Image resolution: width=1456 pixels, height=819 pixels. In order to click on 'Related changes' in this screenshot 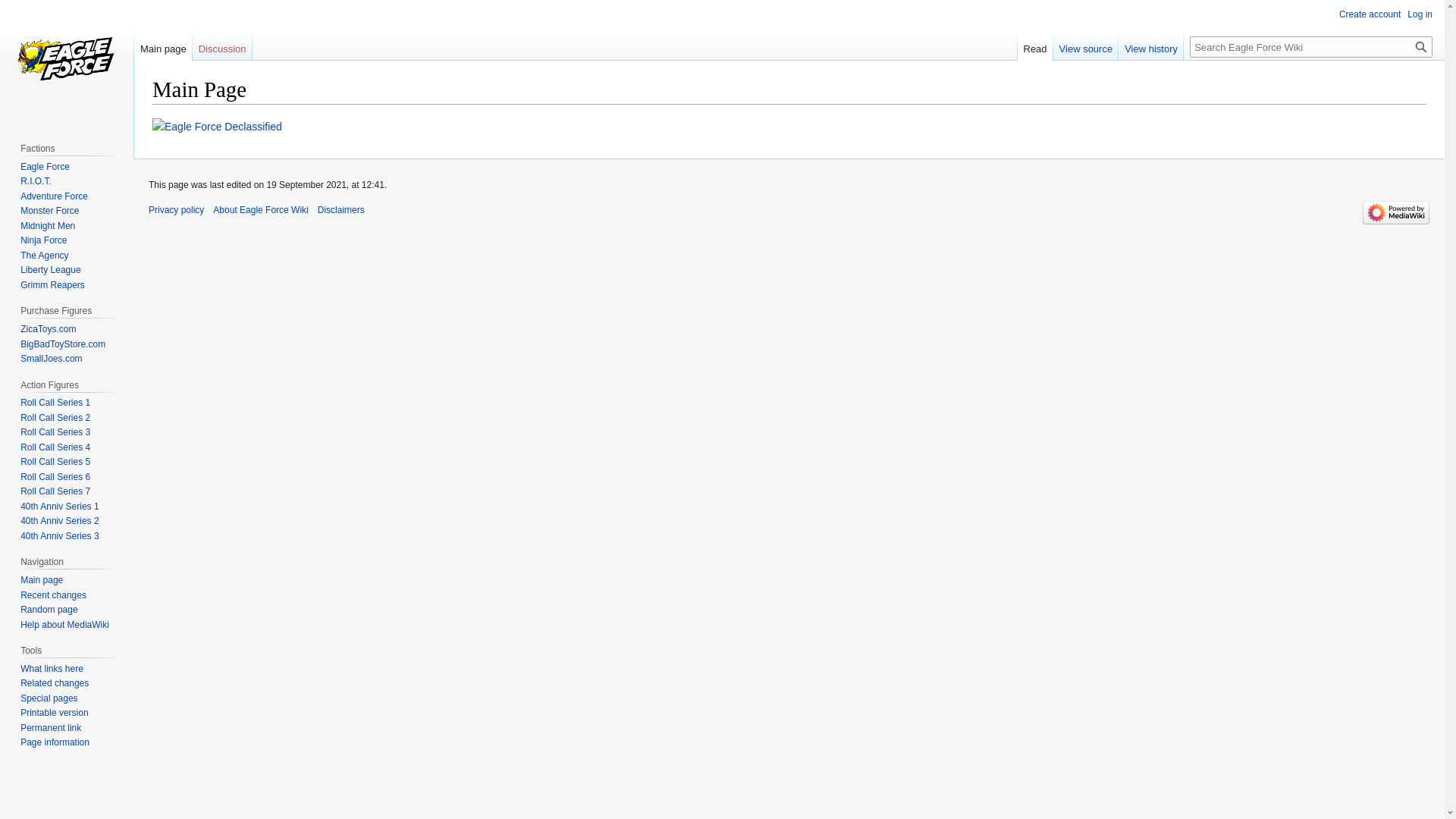, I will do `click(20, 683)`.